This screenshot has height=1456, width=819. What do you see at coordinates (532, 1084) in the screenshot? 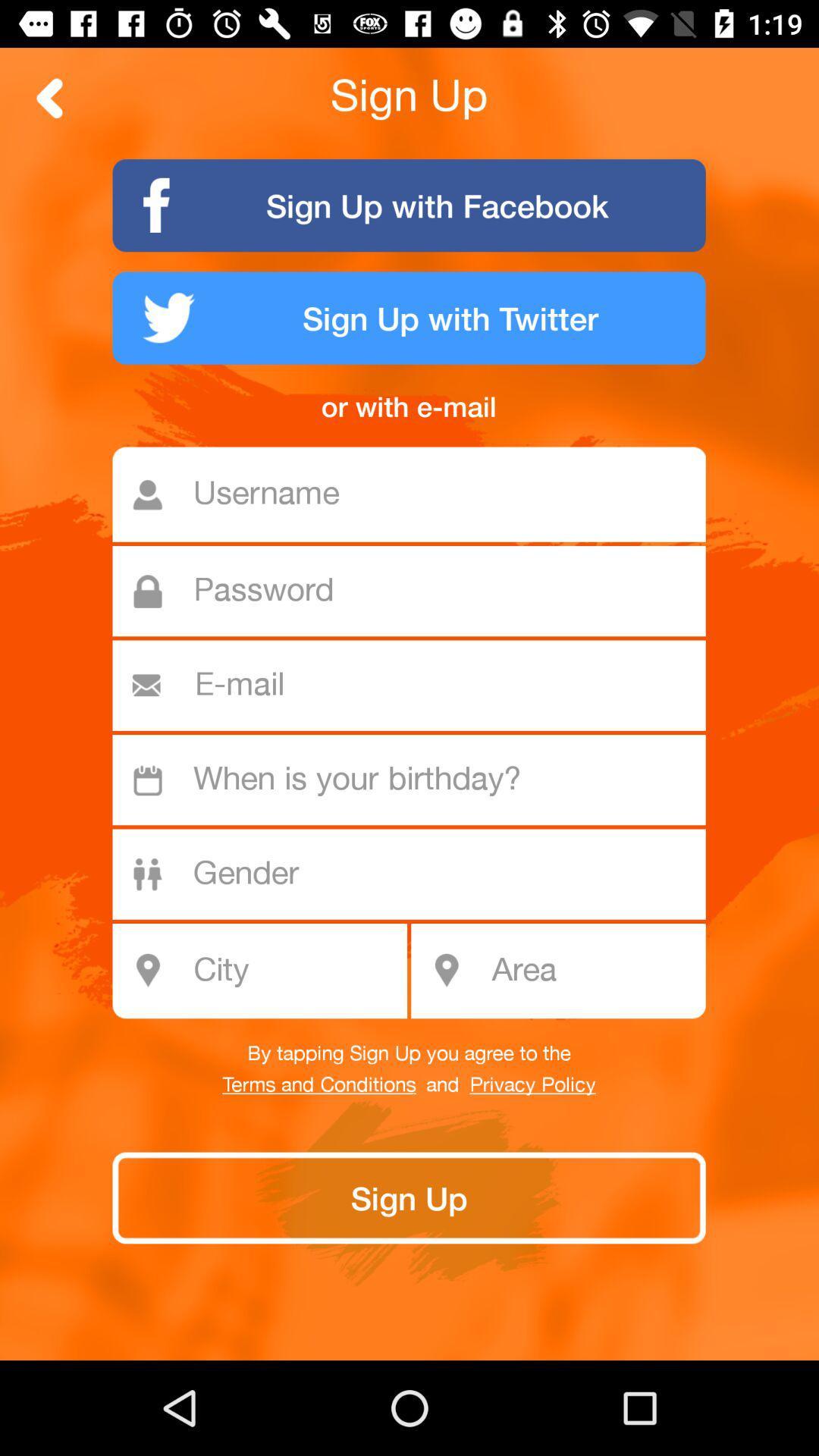
I see `privacy policy icon` at bounding box center [532, 1084].